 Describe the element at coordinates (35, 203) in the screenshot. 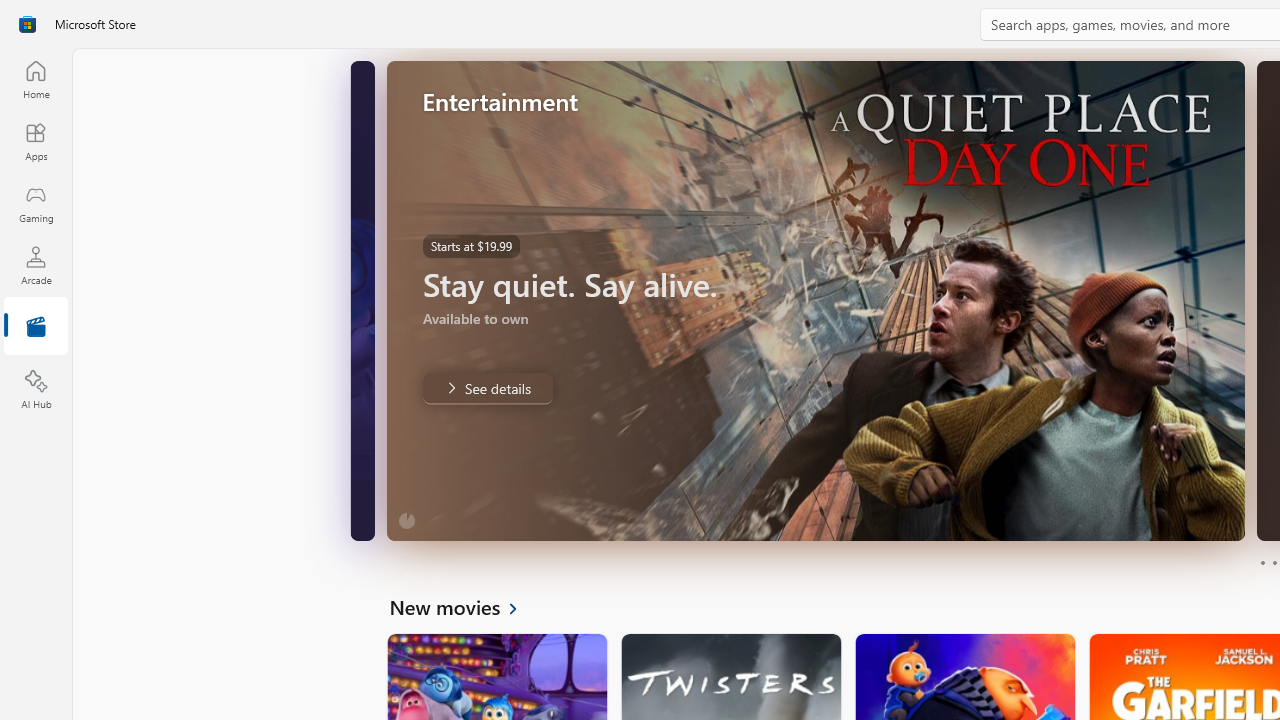

I see `'Gaming'` at that location.